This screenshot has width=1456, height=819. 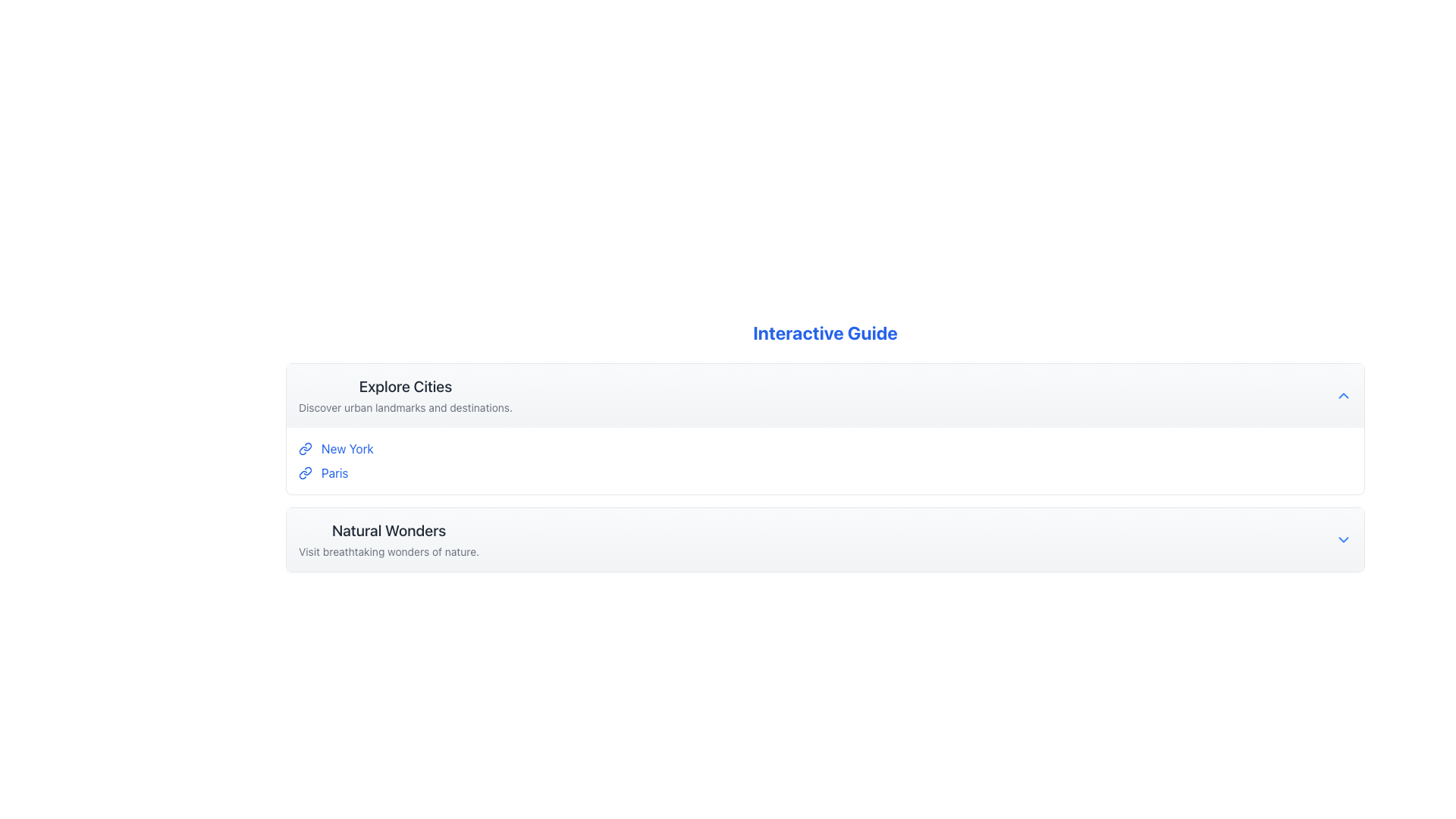 What do you see at coordinates (1343, 539) in the screenshot?
I see `the 'Natural Wonders' section expansion Icon, which is positioned to the far right of the section, to trigger any visual feedback` at bounding box center [1343, 539].